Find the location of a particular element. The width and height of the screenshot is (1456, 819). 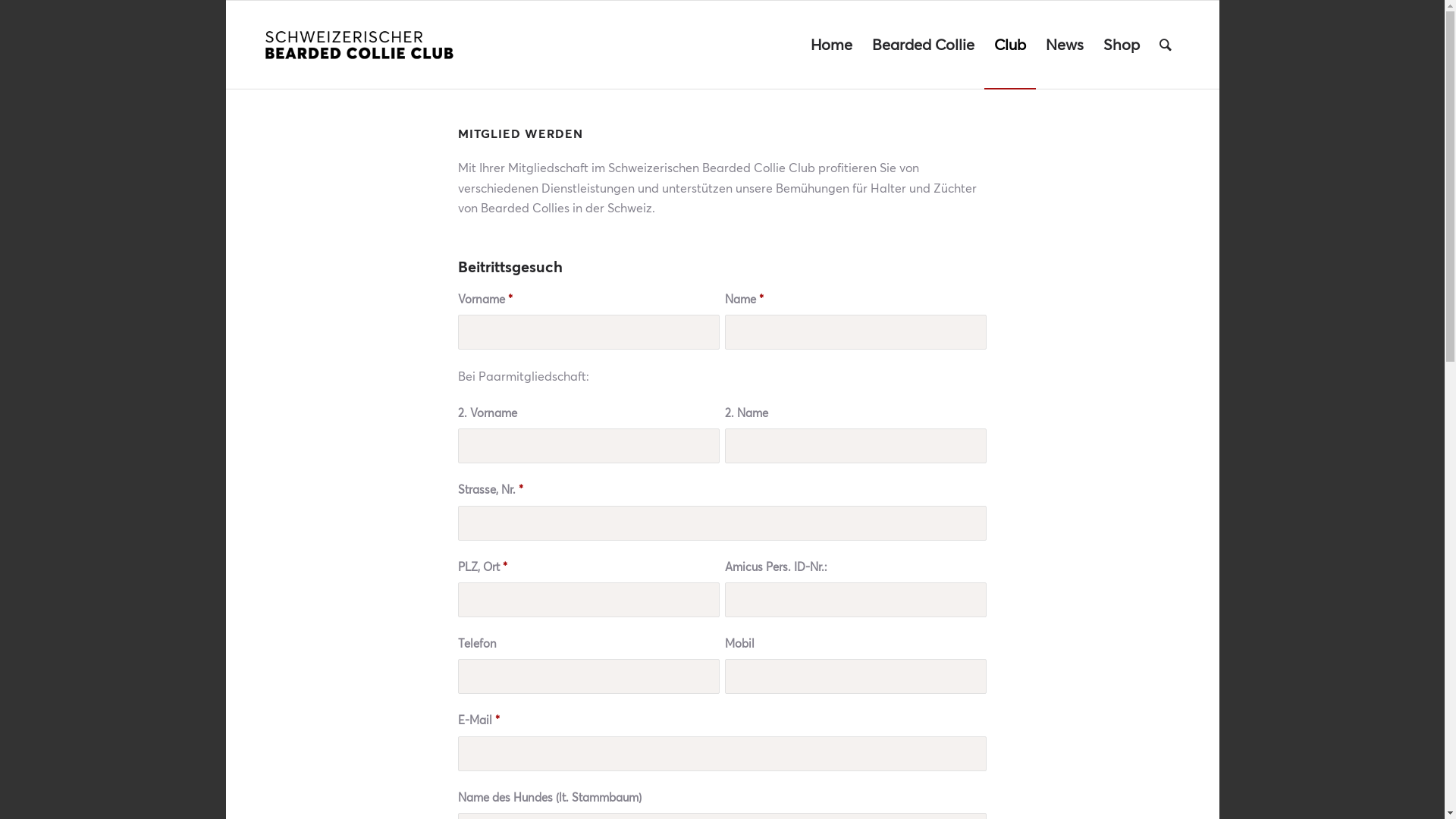

'SBCC-Logotype_RGB_rectangle_black_340x156' is located at coordinates (263, 43).